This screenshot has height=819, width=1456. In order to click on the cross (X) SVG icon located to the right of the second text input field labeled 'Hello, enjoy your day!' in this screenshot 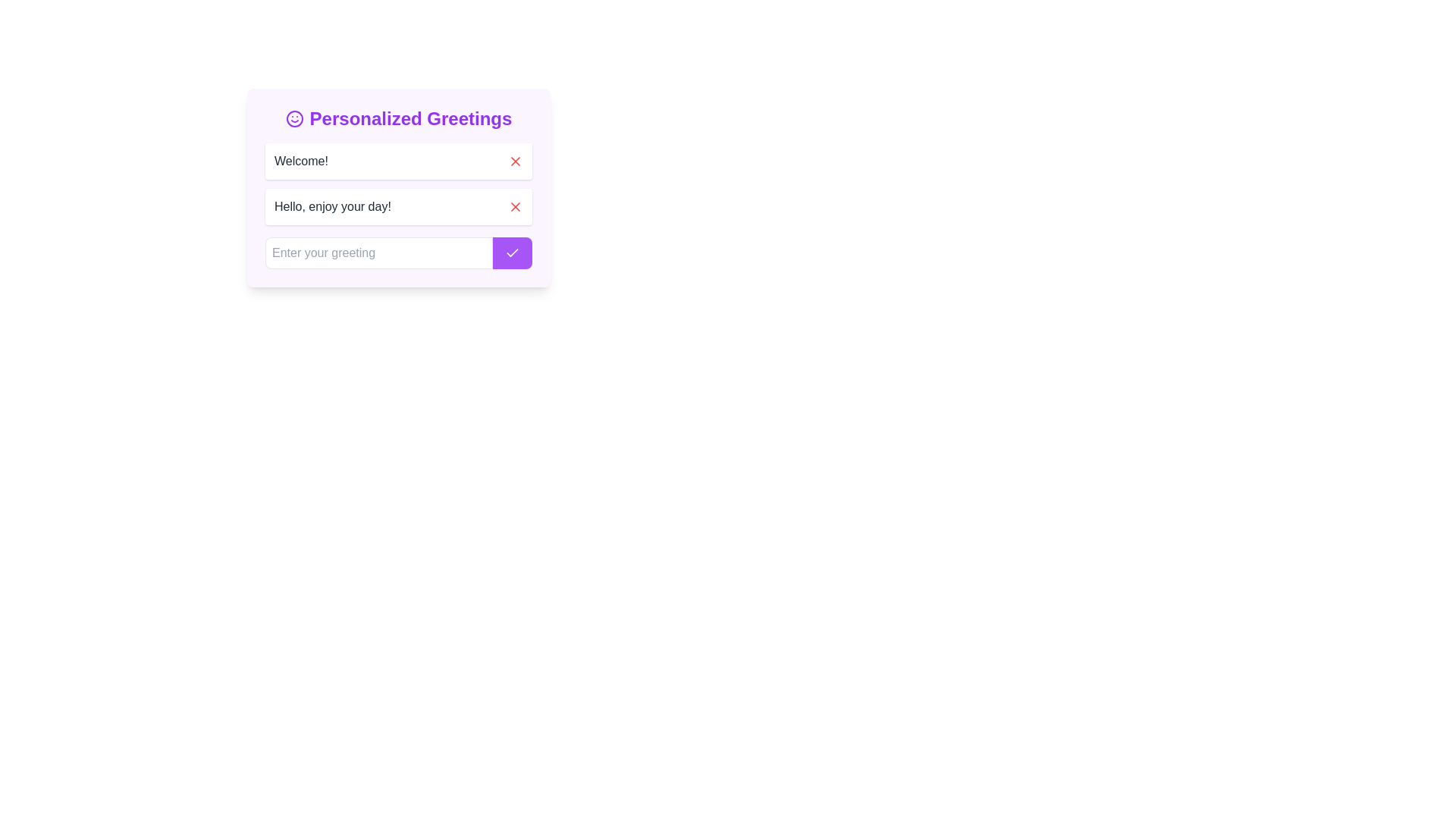, I will do `click(516, 161)`.